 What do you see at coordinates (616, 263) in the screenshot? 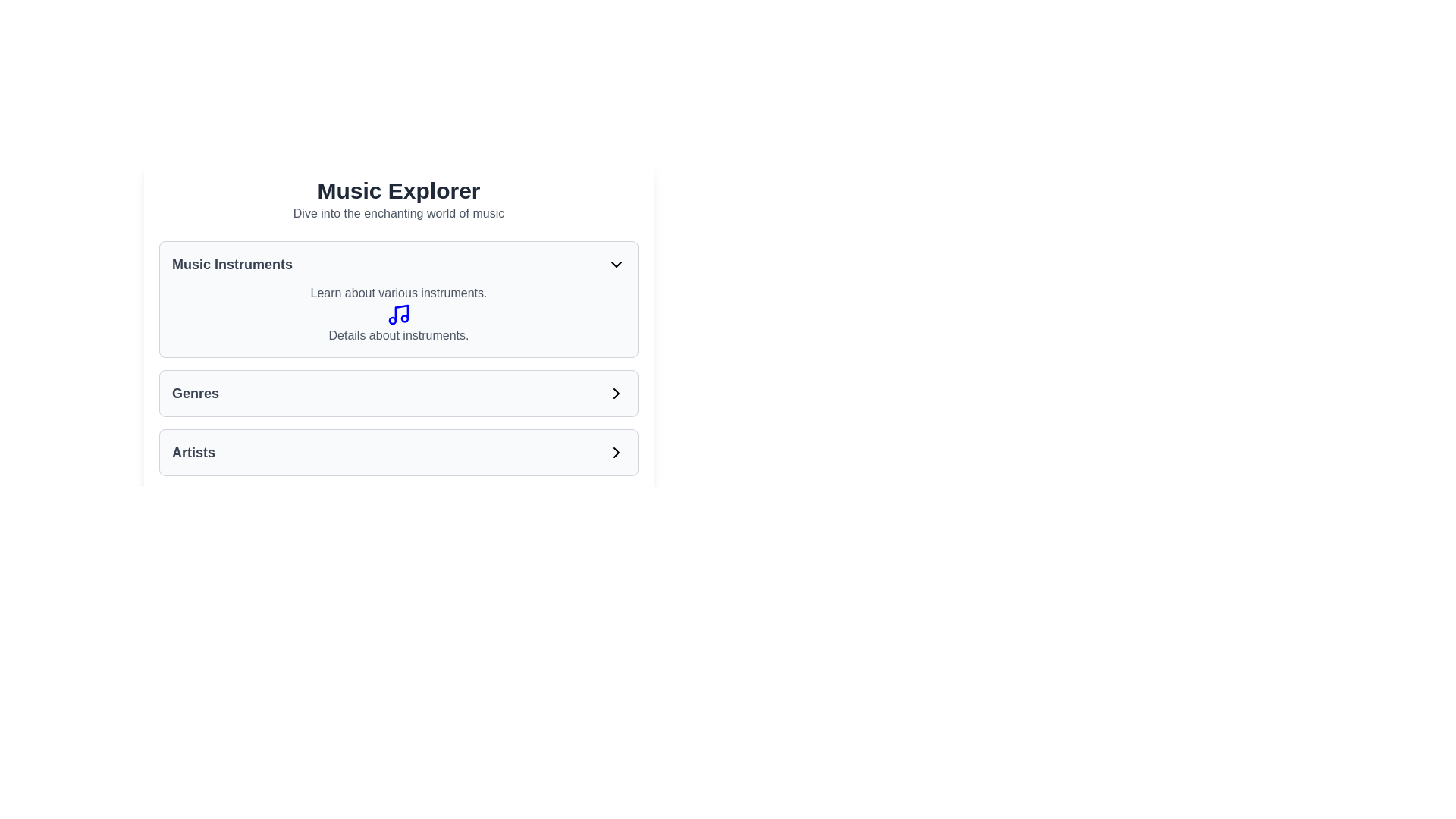
I see `the chevron icon located to the far-right of the 'Music Instruments' section` at bounding box center [616, 263].